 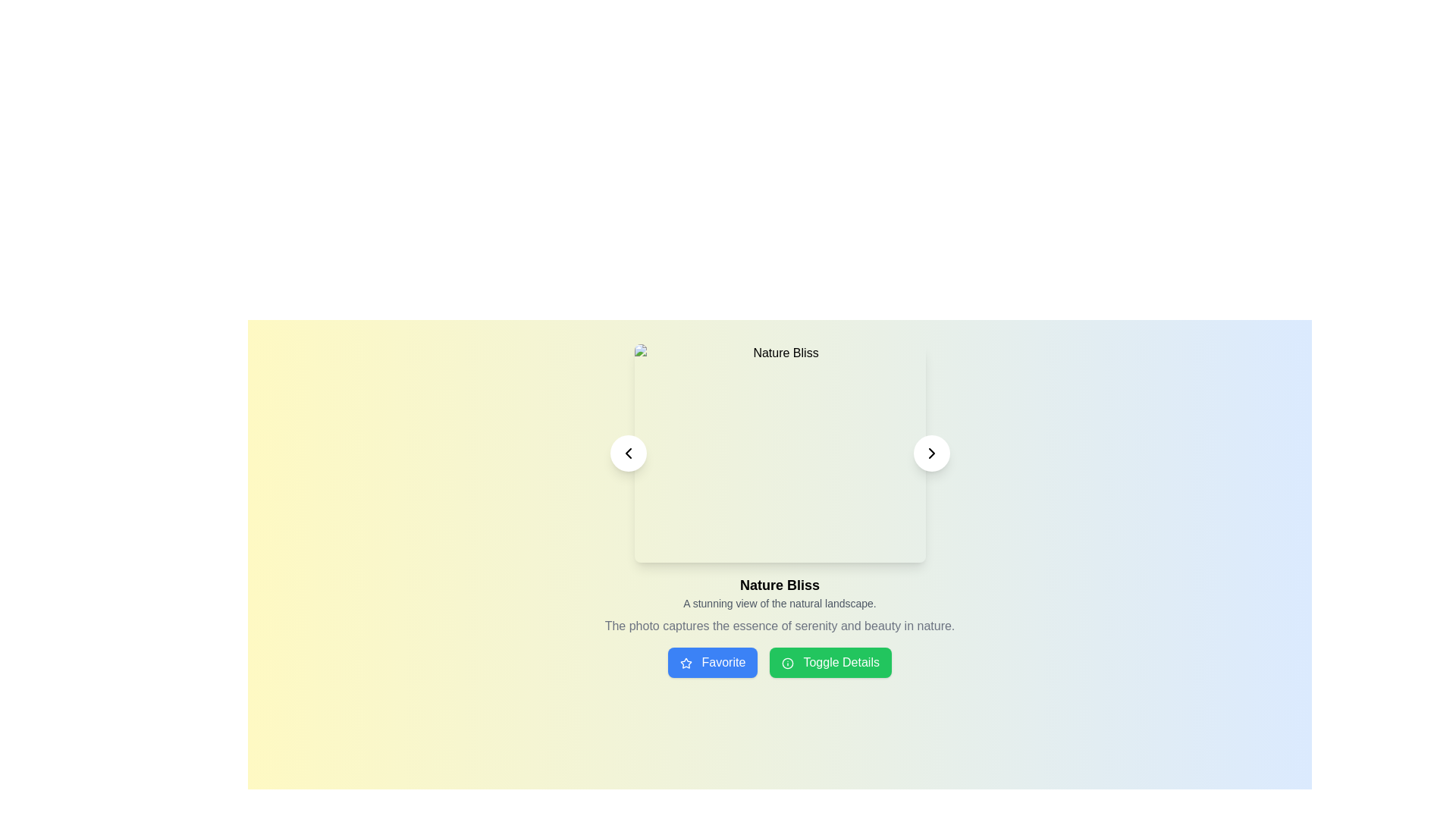 What do you see at coordinates (930, 452) in the screenshot?
I see `the rightmost button` at bounding box center [930, 452].